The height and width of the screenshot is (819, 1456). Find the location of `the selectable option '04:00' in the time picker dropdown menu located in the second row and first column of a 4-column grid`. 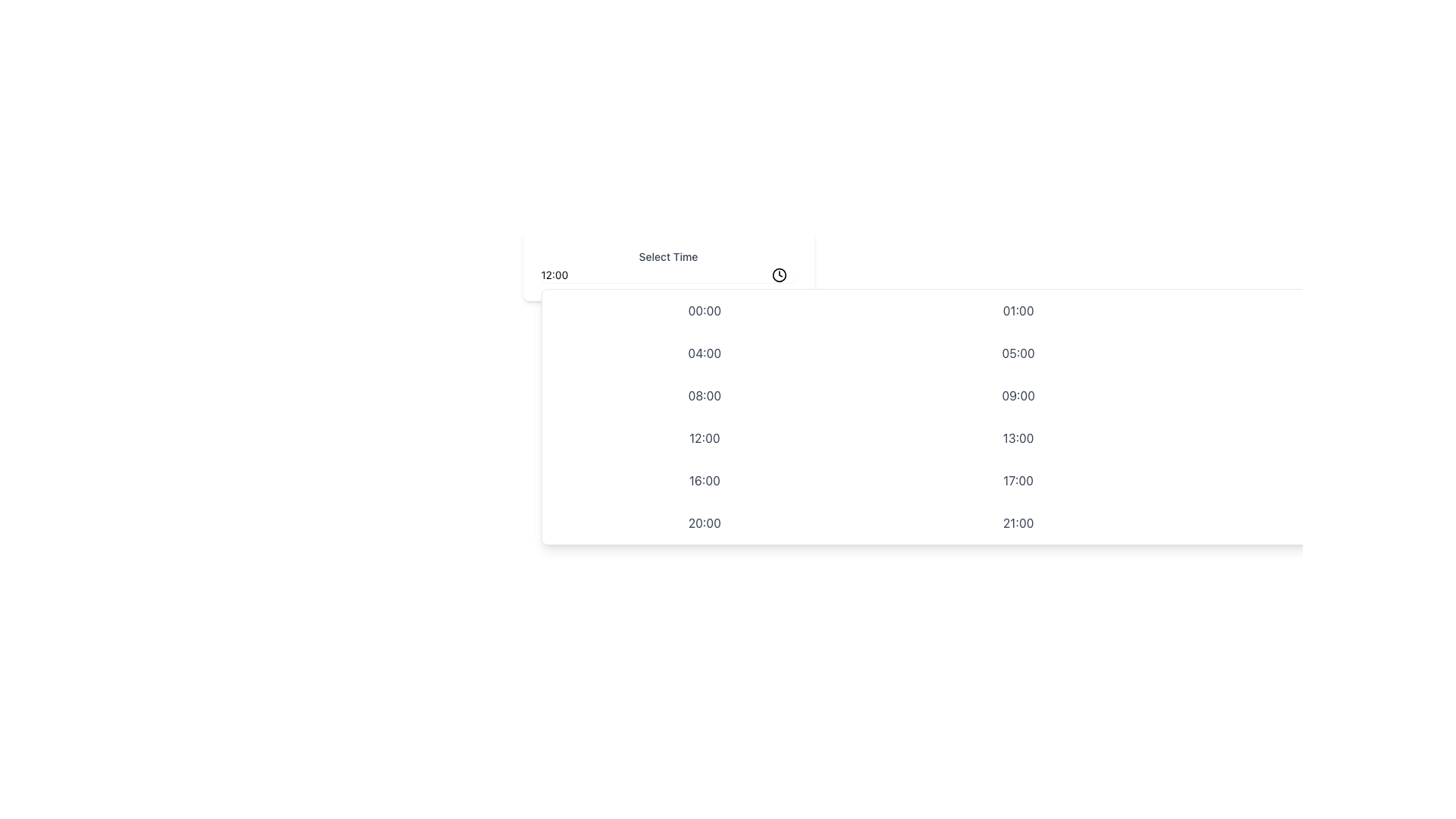

the selectable option '04:00' in the time picker dropdown menu located in the second row and first column of a 4-column grid is located at coordinates (704, 353).